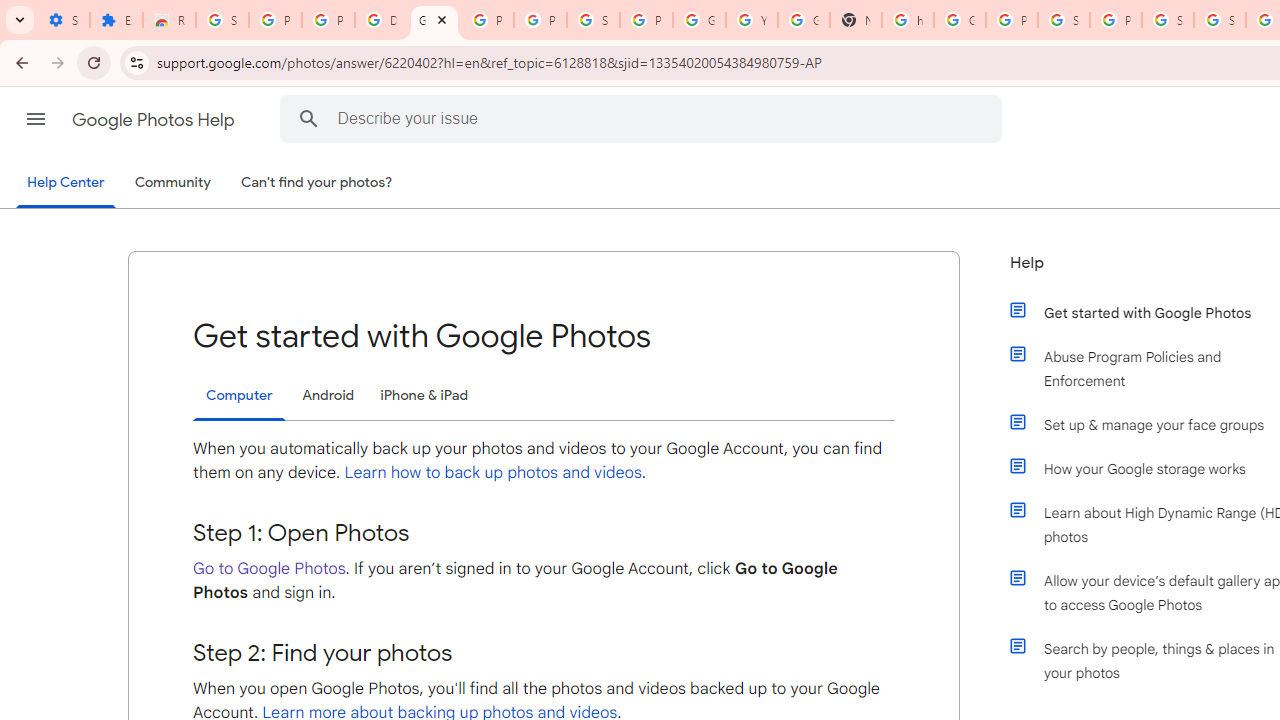  What do you see at coordinates (423, 395) in the screenshot?
I see `'iPhone & iPad'` at bounding box center [423, 395].